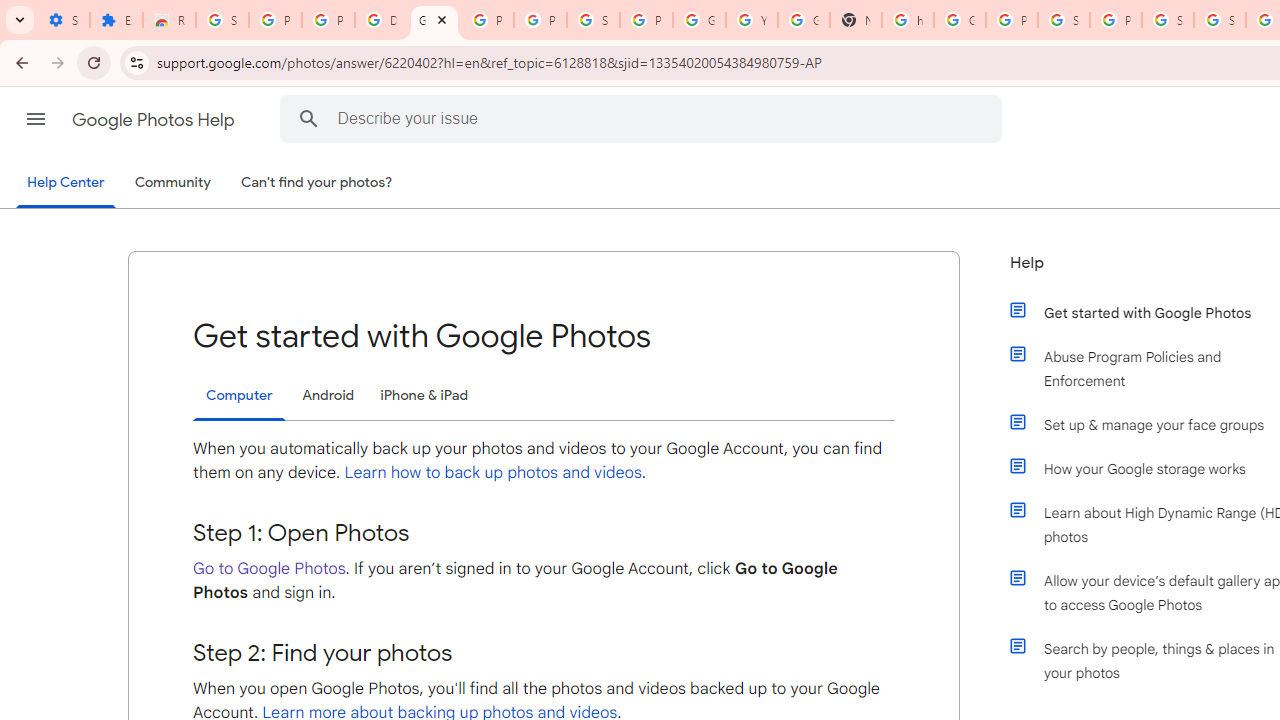  What do you see at coordinates (423, 395) in the screenshot?
I see `'iPhone & iPad'` at bounding box center [423, 395].